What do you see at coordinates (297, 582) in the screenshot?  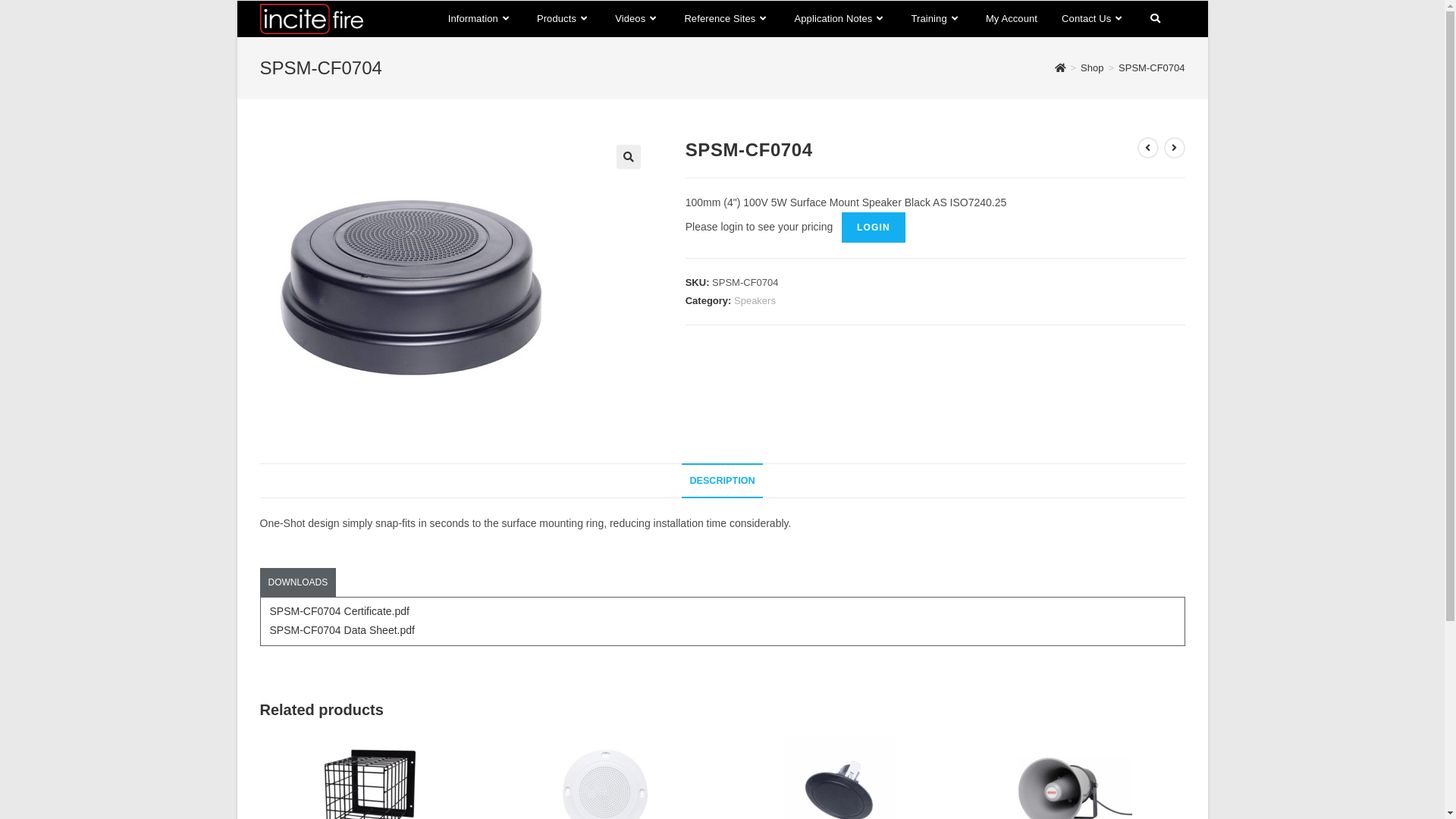 I see `'DOWNLOADS'` at bounding box center [297, 582].